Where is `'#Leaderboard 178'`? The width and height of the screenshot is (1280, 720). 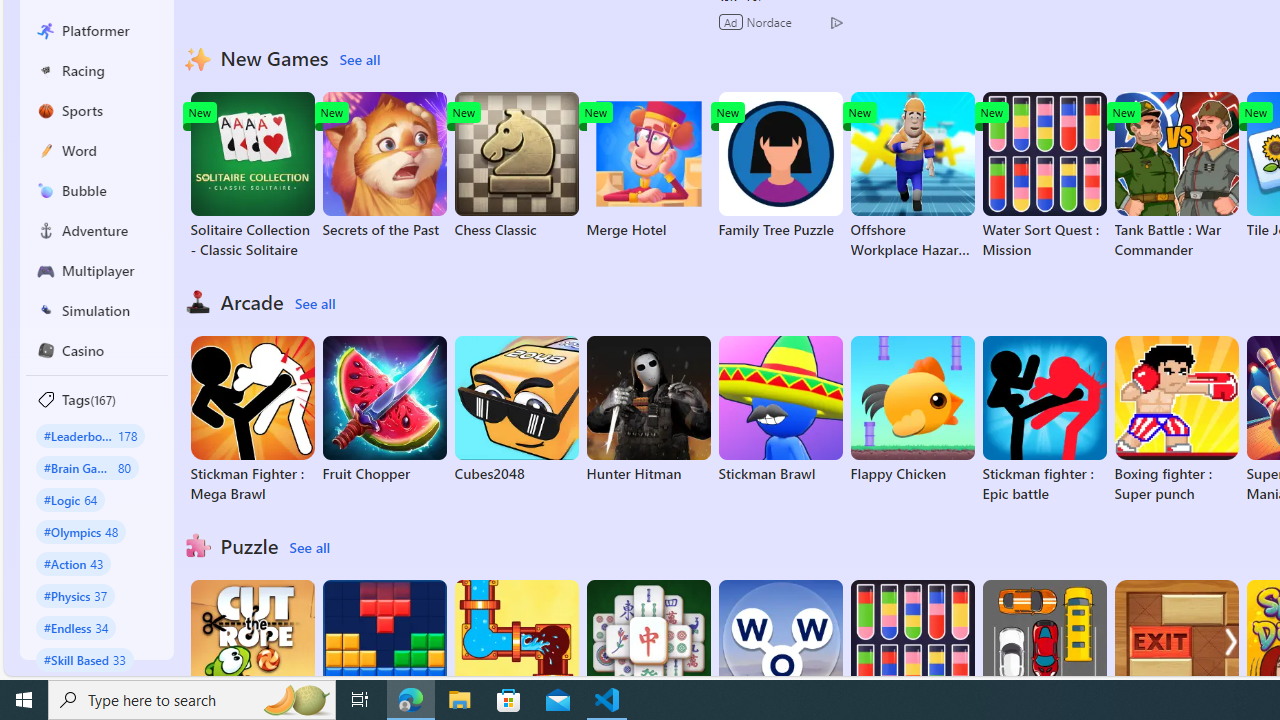 '#Leaderboard 178' is located at coordinates (89, 434).